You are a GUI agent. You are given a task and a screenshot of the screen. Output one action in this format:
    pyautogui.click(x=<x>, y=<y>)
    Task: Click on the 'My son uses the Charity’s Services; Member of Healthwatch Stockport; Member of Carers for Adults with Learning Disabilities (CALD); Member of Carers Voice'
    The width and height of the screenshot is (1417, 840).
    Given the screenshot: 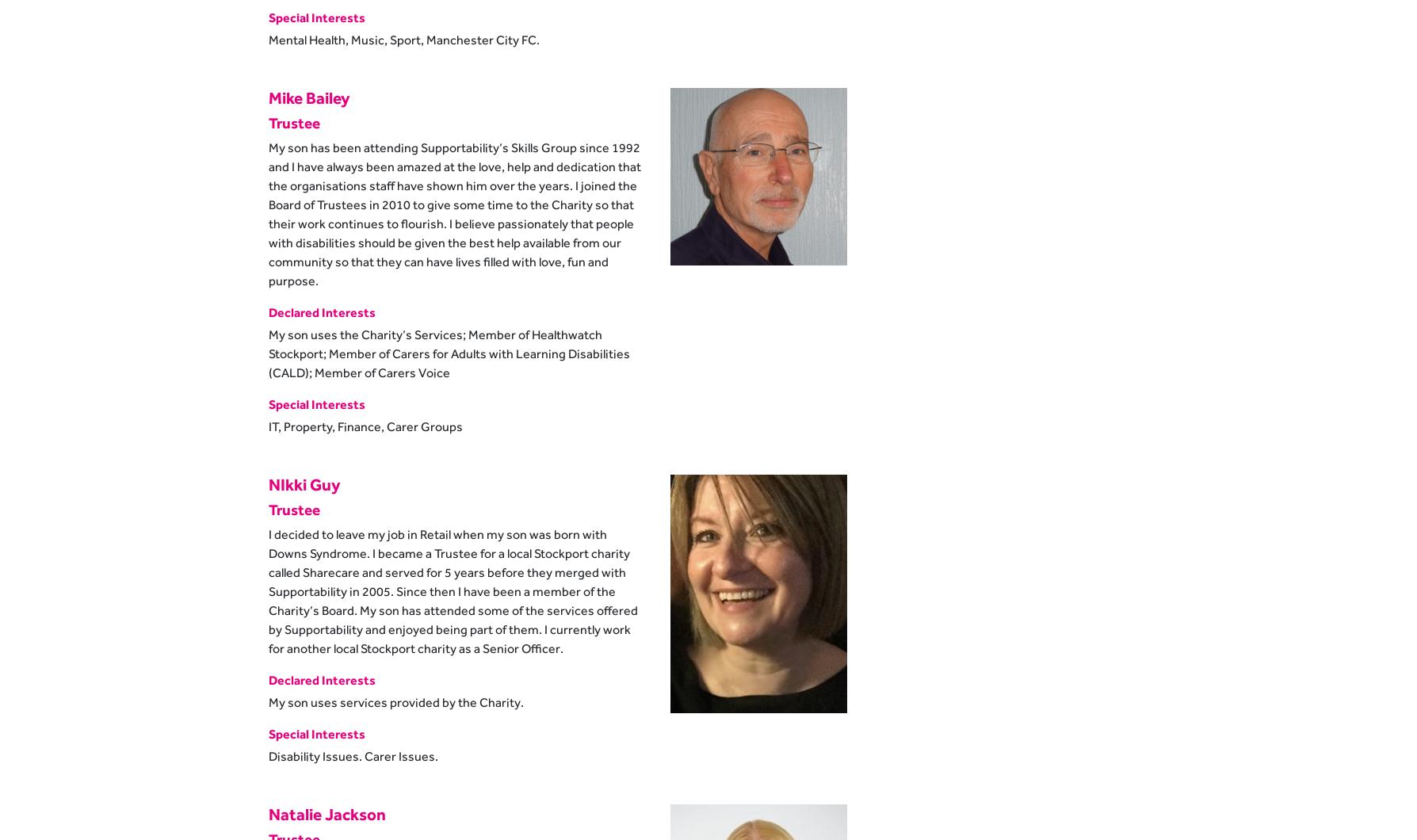 What is the action you would take?
    pyautogui.click(x=449, y=352)
    